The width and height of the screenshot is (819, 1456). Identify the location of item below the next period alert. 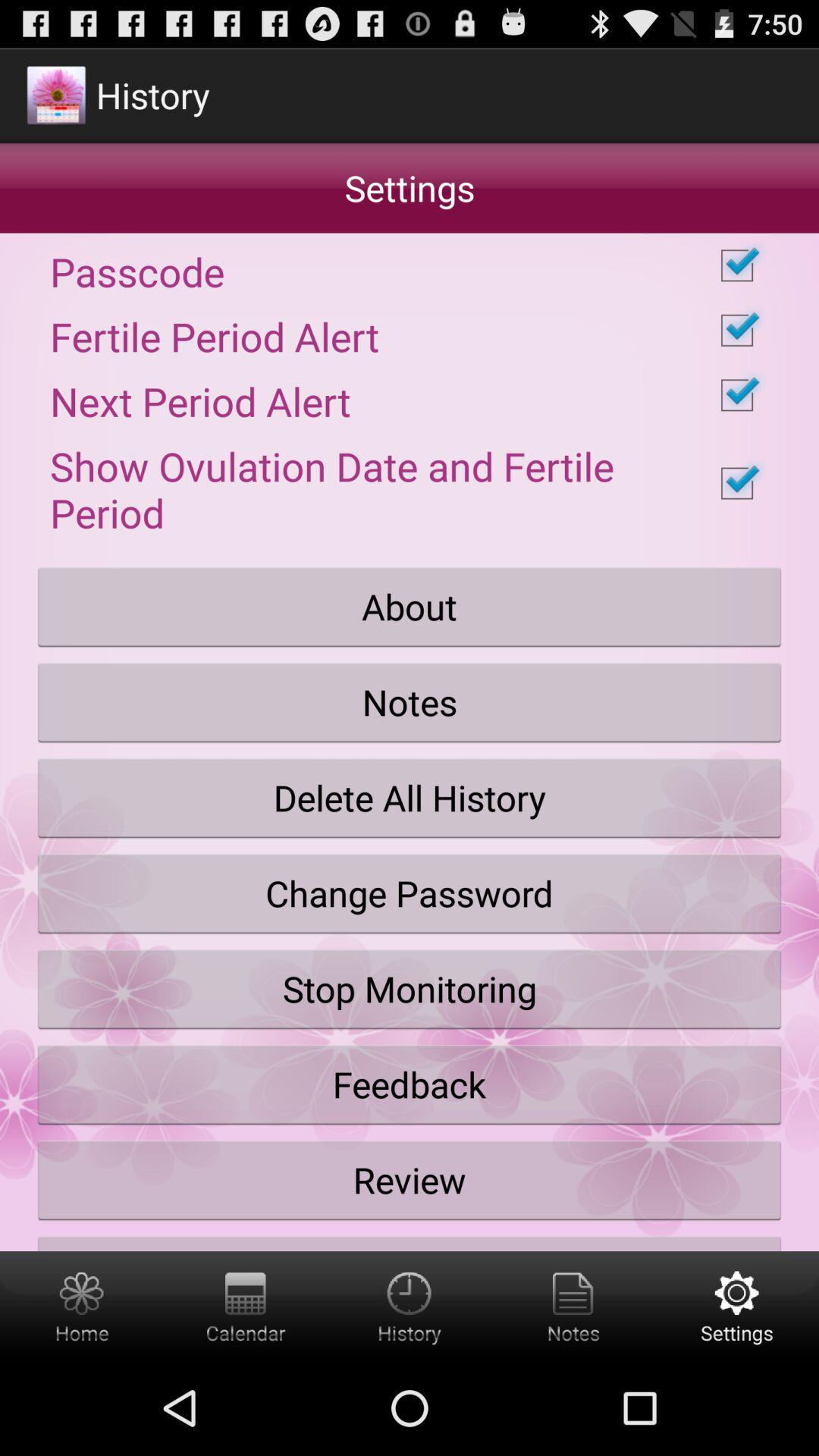
(409, 482).